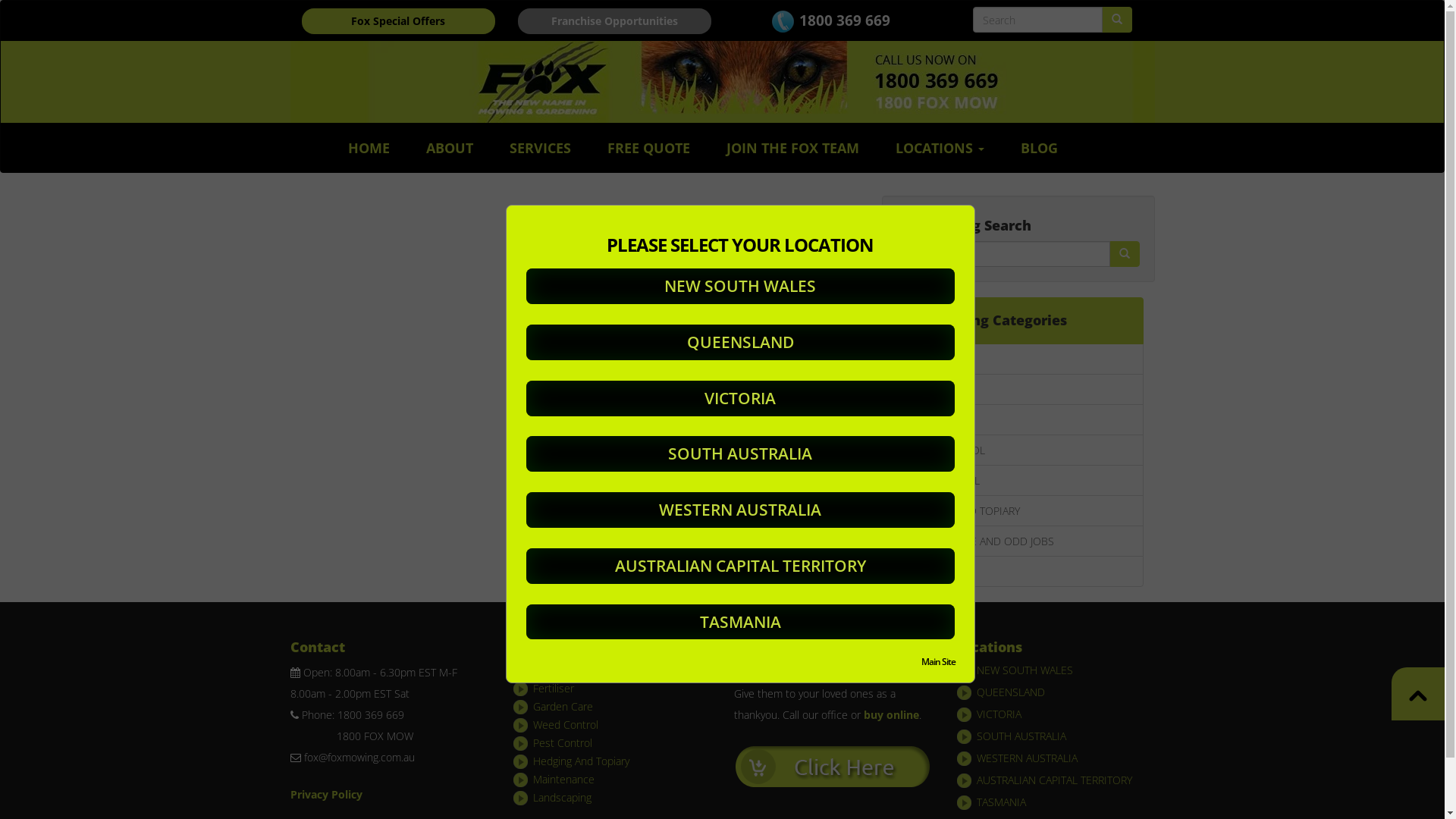  Describe the element at coordinates (540, 148) in the screenshot. I see `'SERVICES'` at that location.